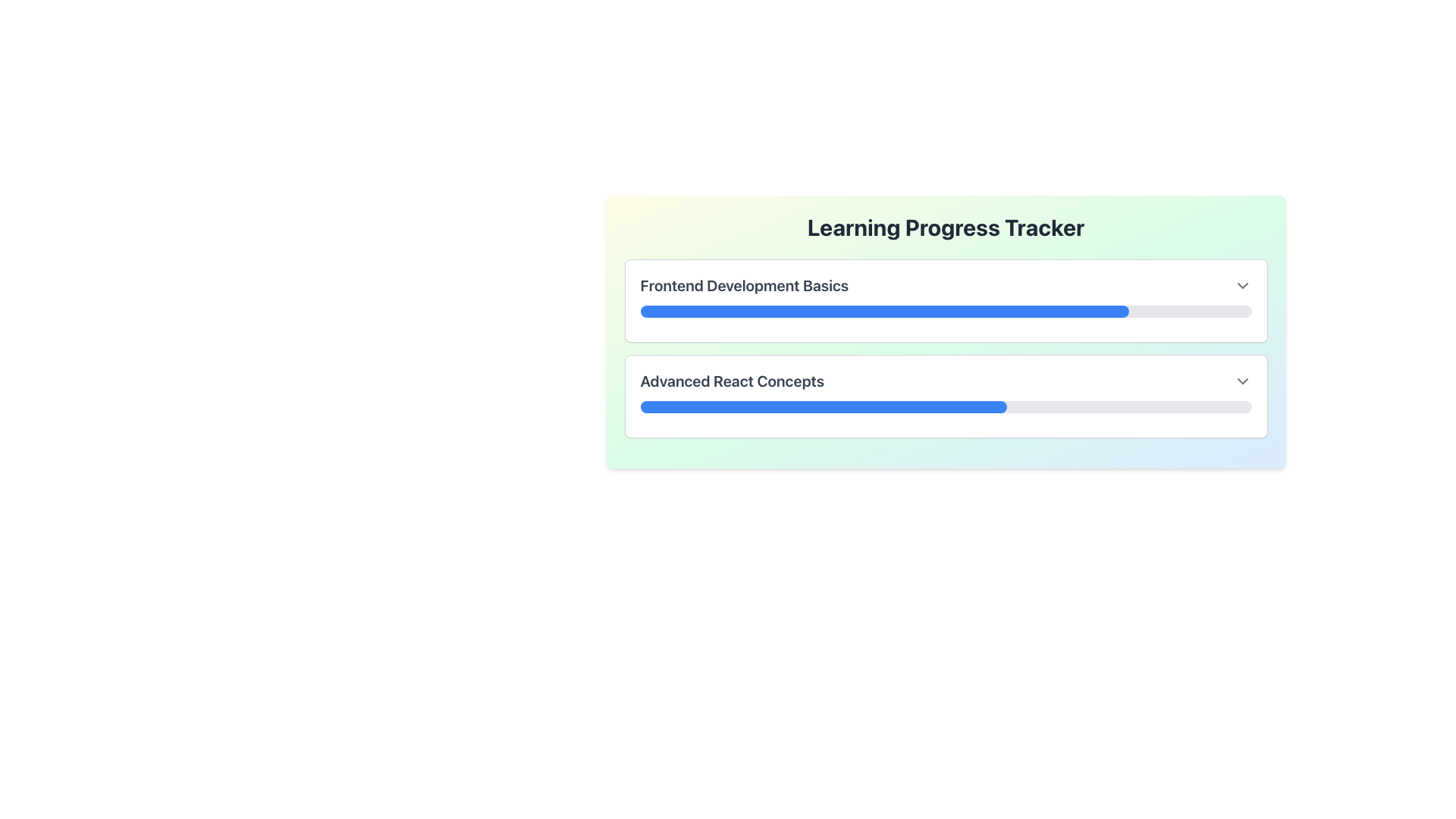 This screenshot has width=1456, height=819. What do you see at coordinates (732, 380) in the screenshot?
I see `the text element 'Advanced React Concepts', which is a bold header in dark gray color above the blue progress bar` at bounding box center [732, 380].